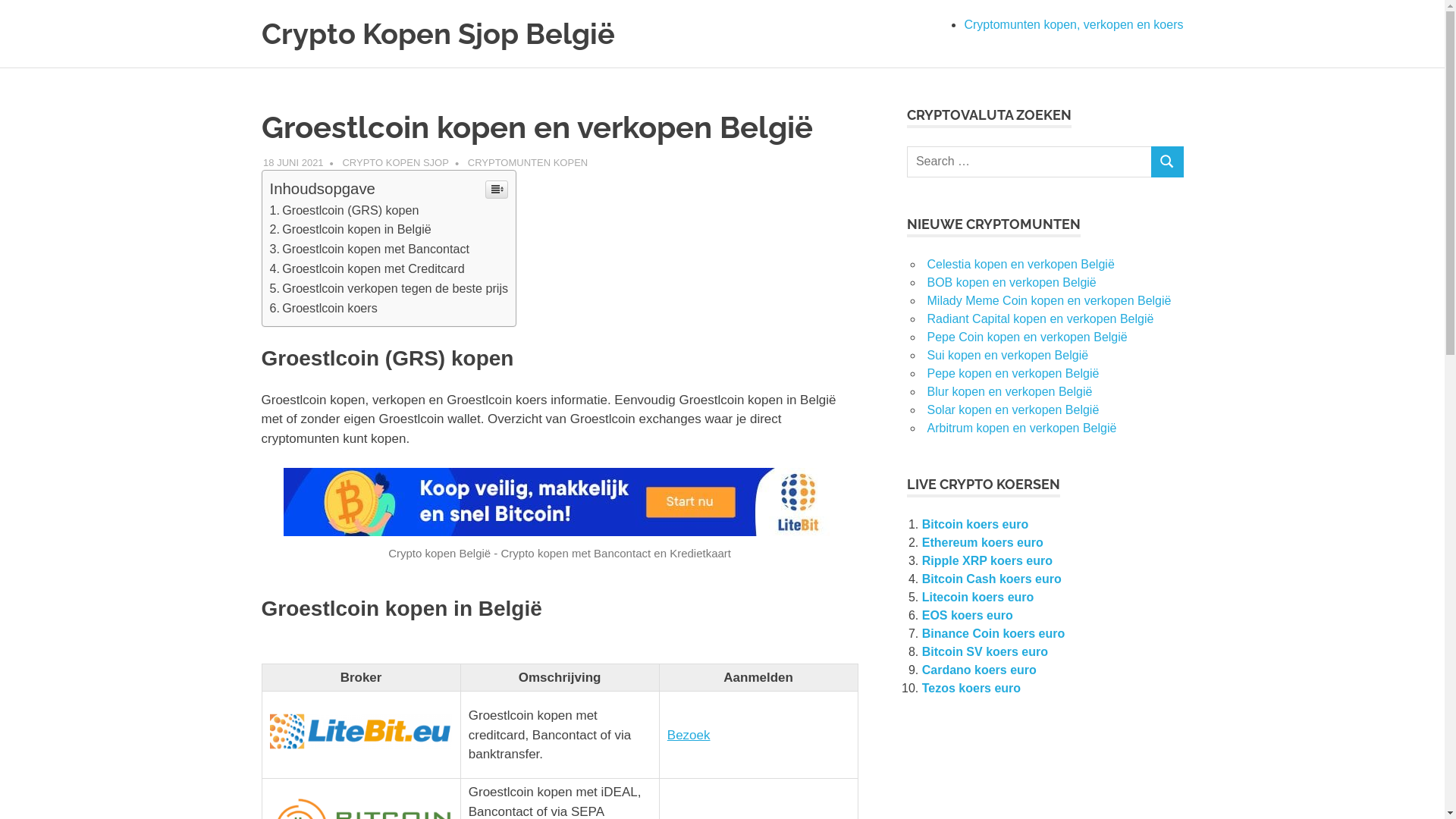 This screenshot has height=819, width=1456. Describe the element at coordinates (1072, 24) in the screenshot. I see `'Cryptomunten kopen, verkopen en koers'` at that location.